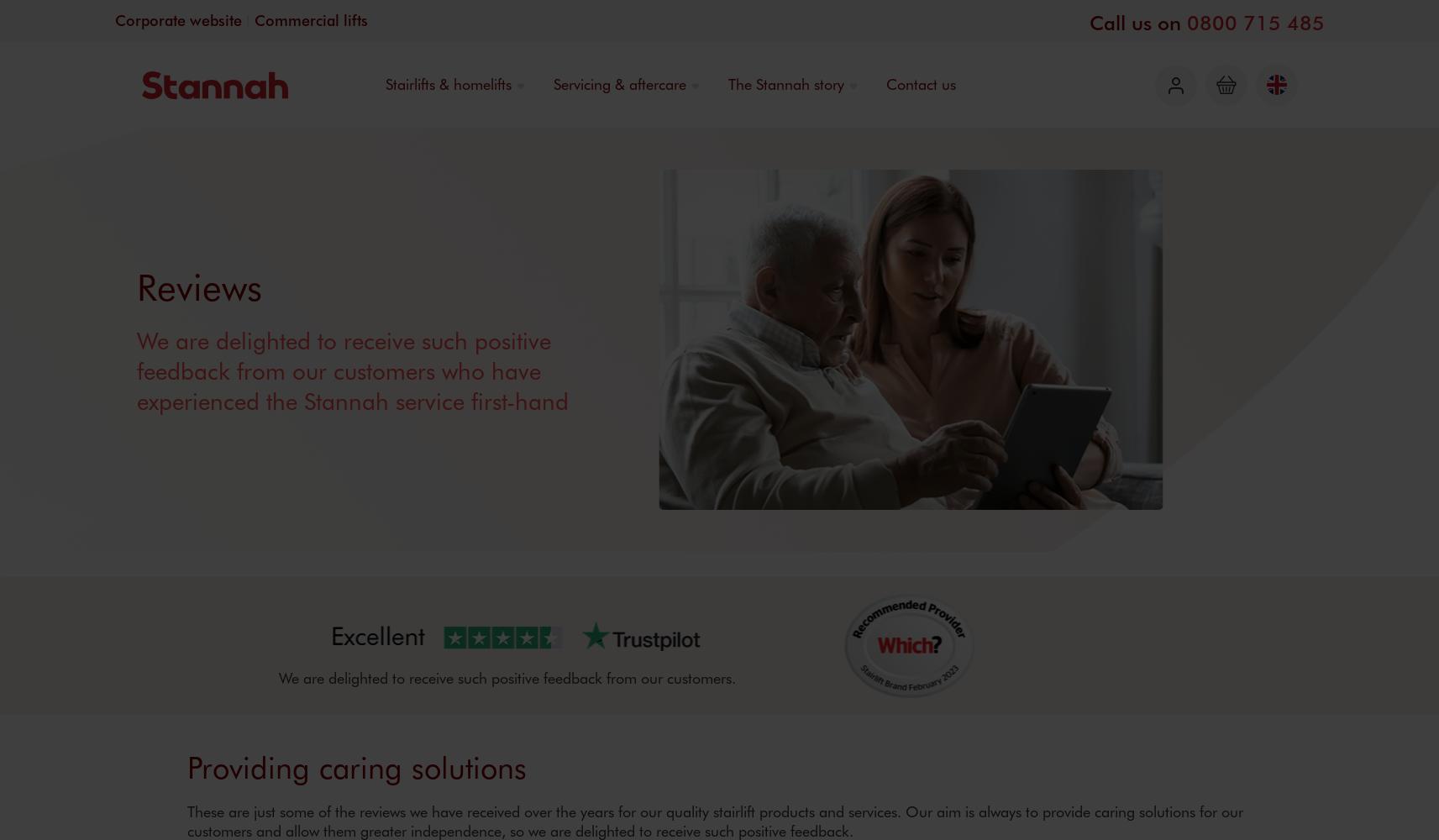  I want to click on 'Servicing & aftercare', so click(617, 83).